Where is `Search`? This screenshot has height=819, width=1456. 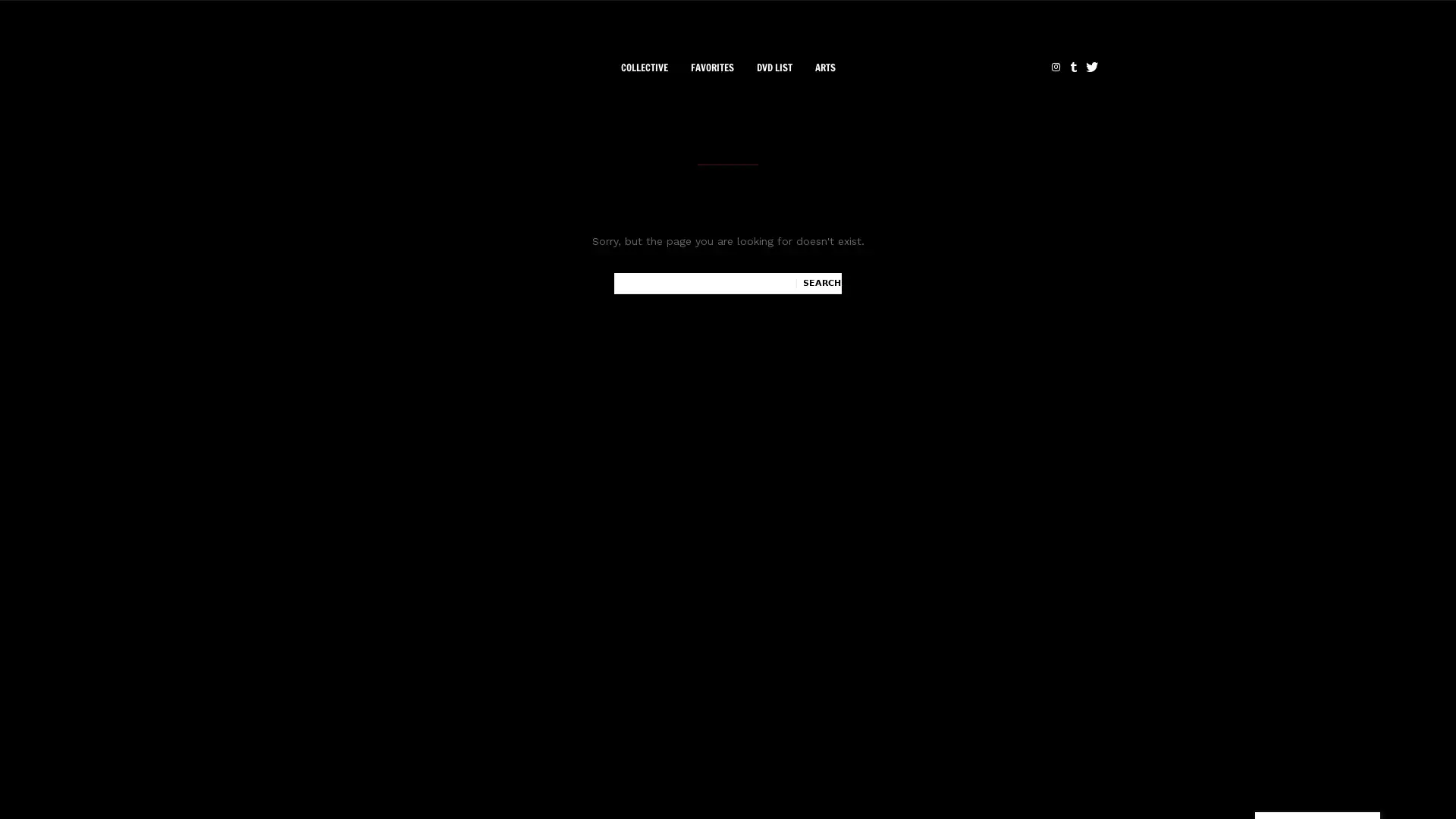
Search is located at coordinates (818, 283).